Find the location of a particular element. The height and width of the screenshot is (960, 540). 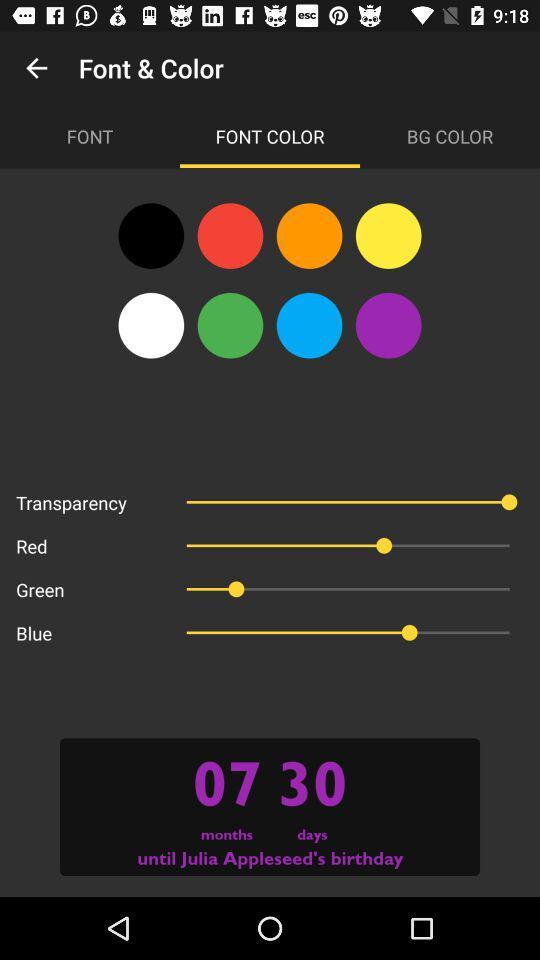

the avatar icon is located at coordinates (309, 236).